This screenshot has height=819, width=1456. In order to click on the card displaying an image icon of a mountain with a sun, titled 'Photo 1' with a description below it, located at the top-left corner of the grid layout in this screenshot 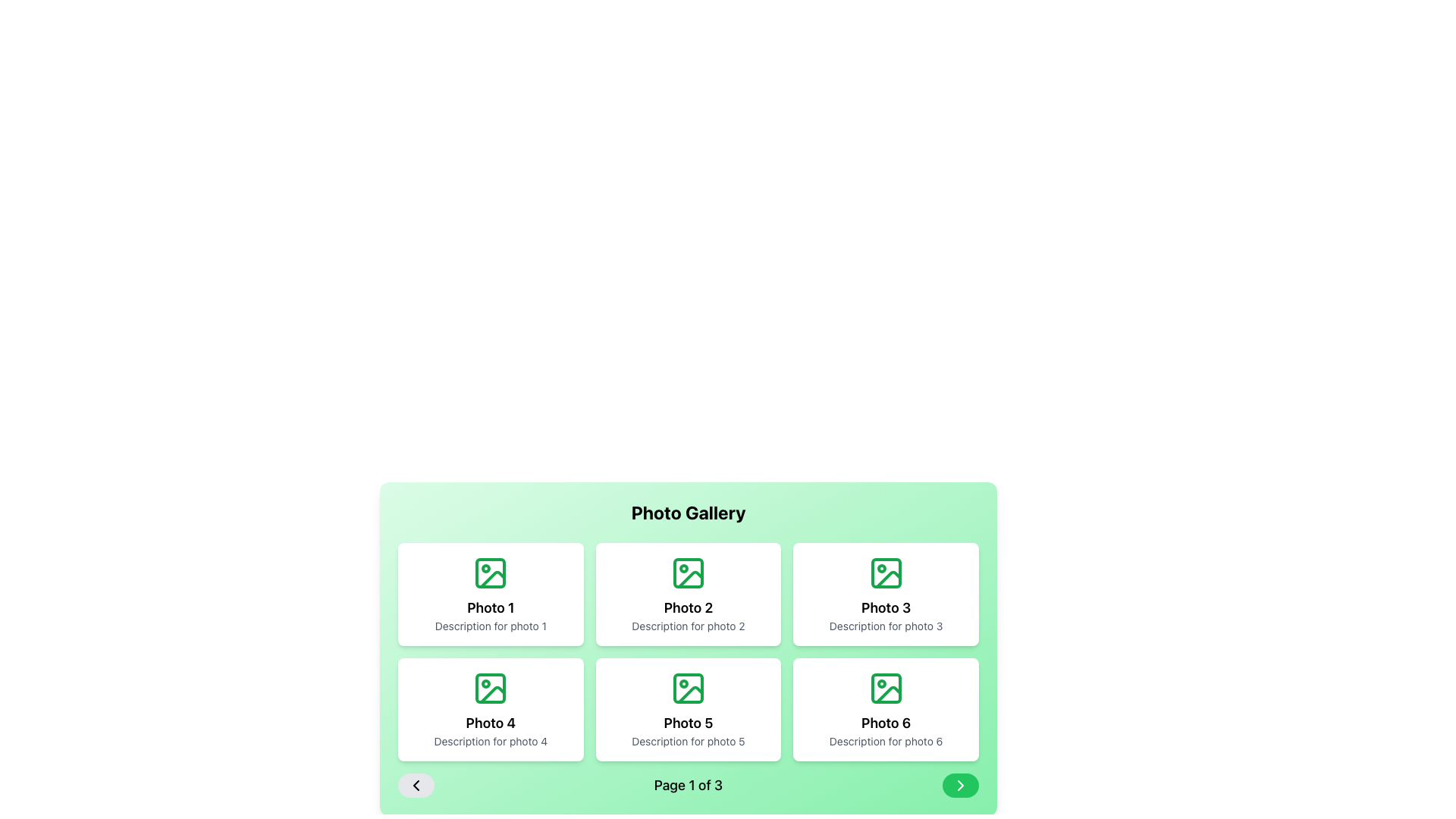, I will do `click(491, 593)`.